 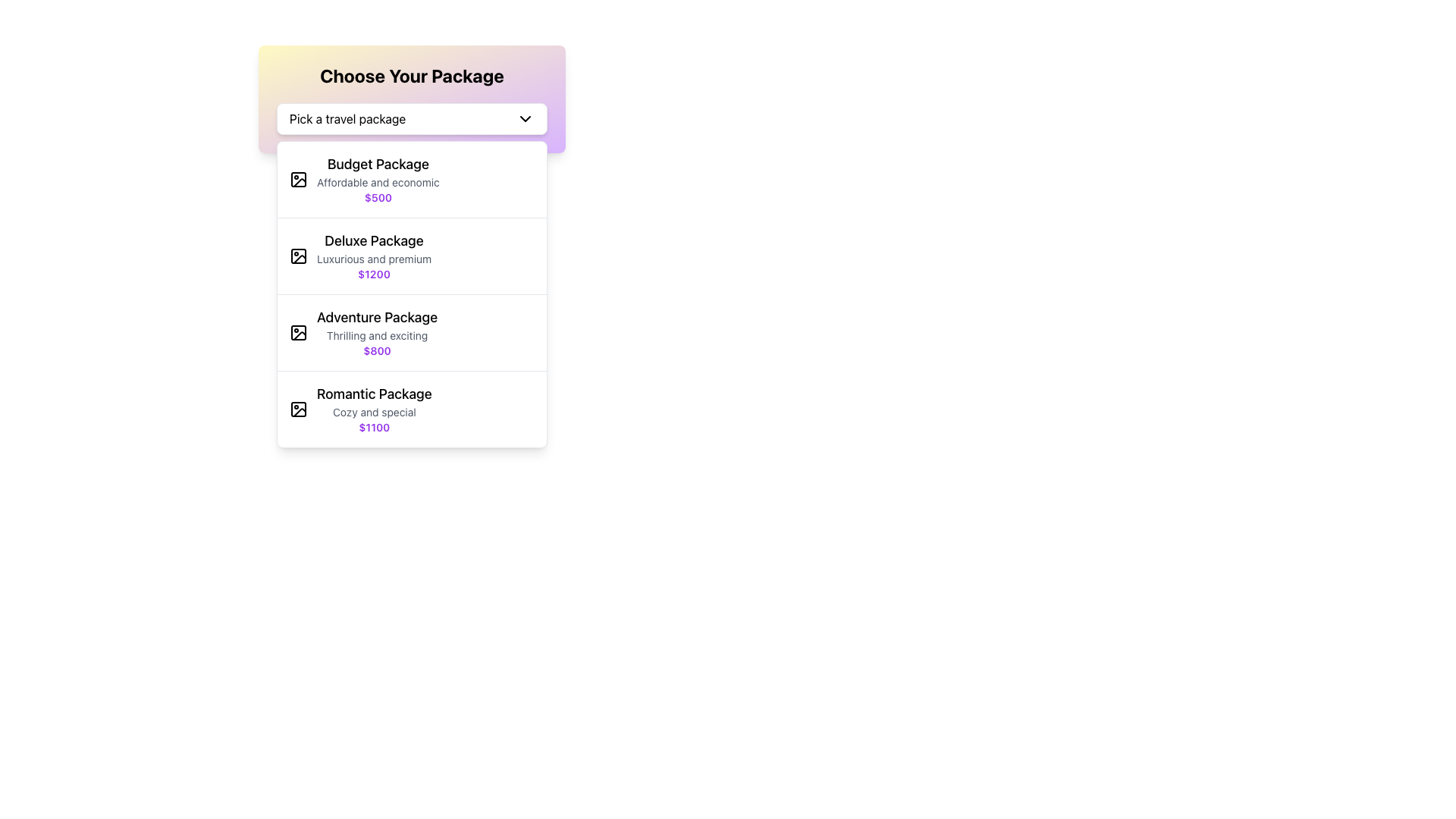 I want to click on the 'Deluxe Package' menu item, so click(x=412, y=256).